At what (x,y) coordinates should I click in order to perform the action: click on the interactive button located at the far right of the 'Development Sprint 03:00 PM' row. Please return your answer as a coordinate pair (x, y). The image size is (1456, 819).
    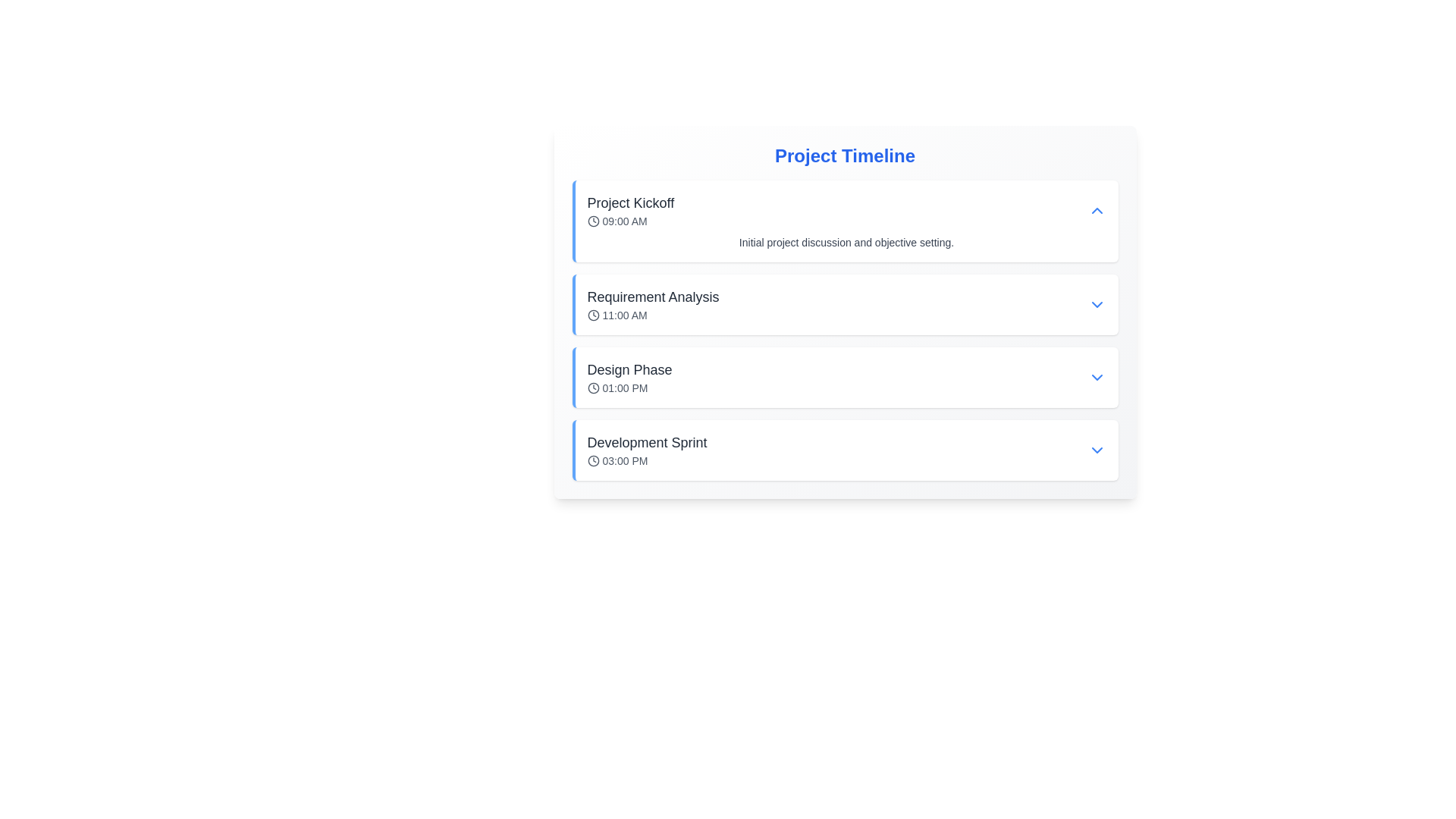
    Looking at the image, I should click on (1097, 450).